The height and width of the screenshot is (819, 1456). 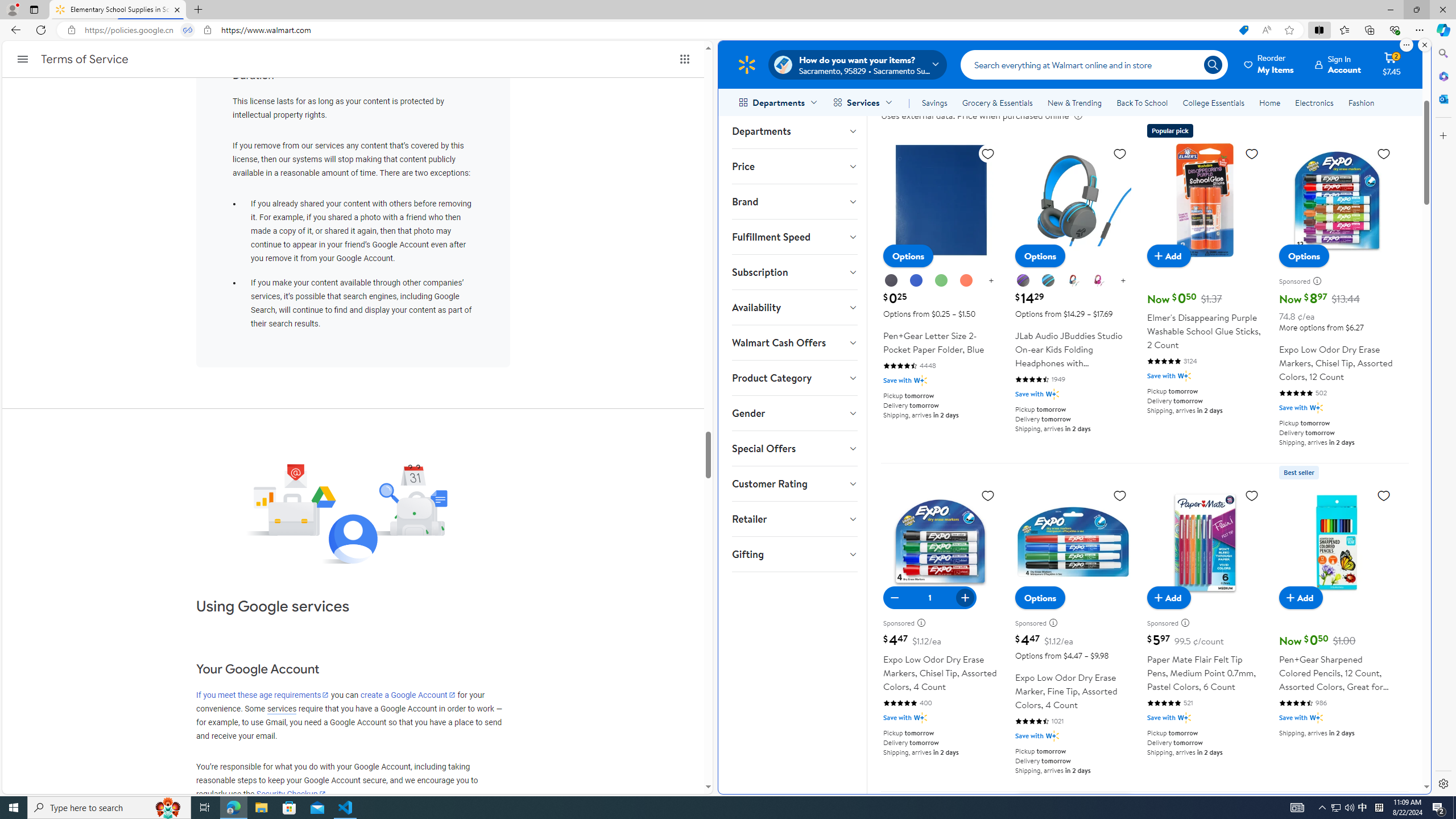 I want to click on 'Home', so click(x=1269, y=102).